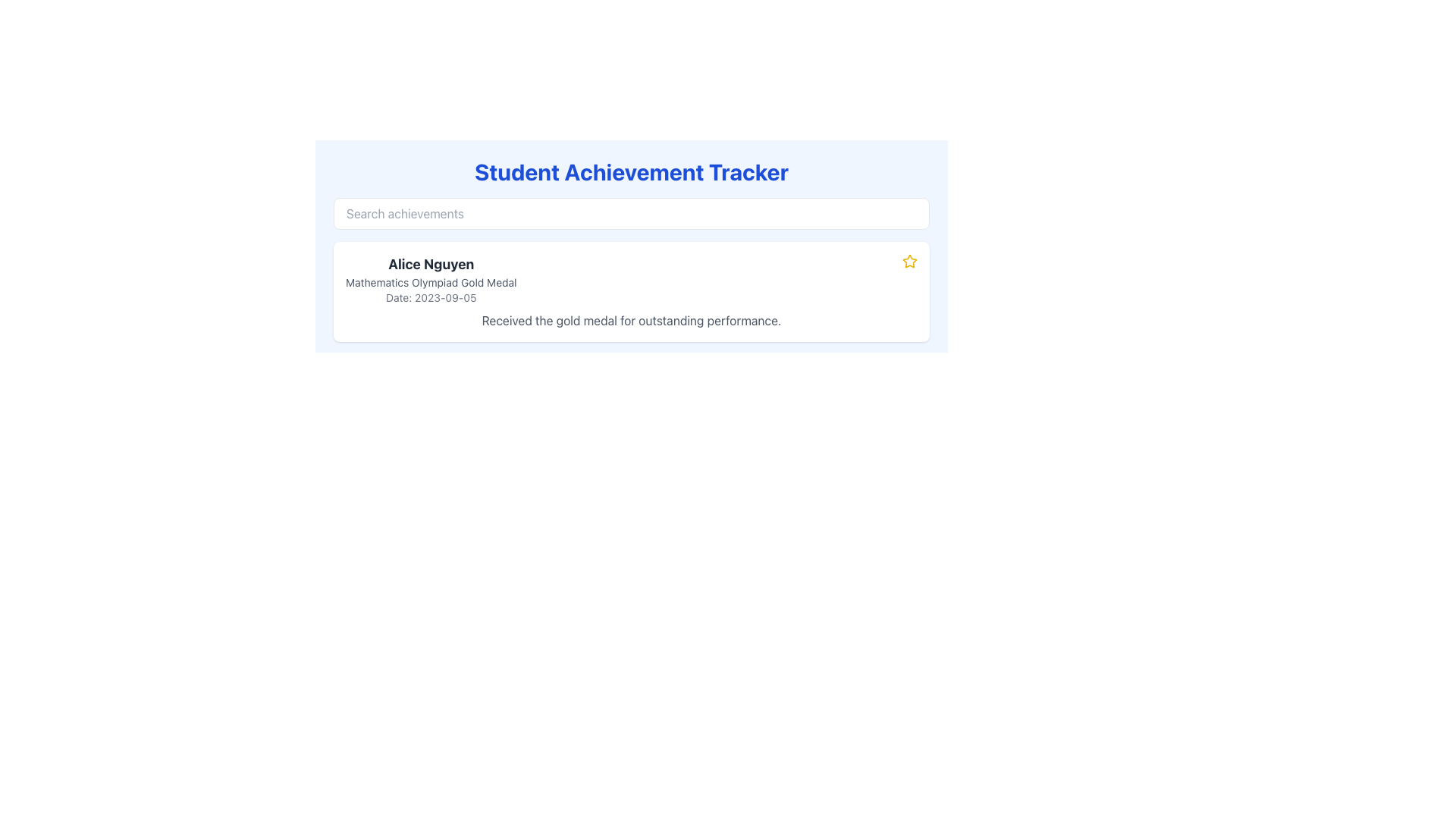 Image resolution: width=1456 pixels, height=819 pixels. I want to click on the date label displaying the achievement for the Mathematics Olympiad Gold Medal, which is located below the medal text and above additional descriptive text in the card layout, so click(430, 298).